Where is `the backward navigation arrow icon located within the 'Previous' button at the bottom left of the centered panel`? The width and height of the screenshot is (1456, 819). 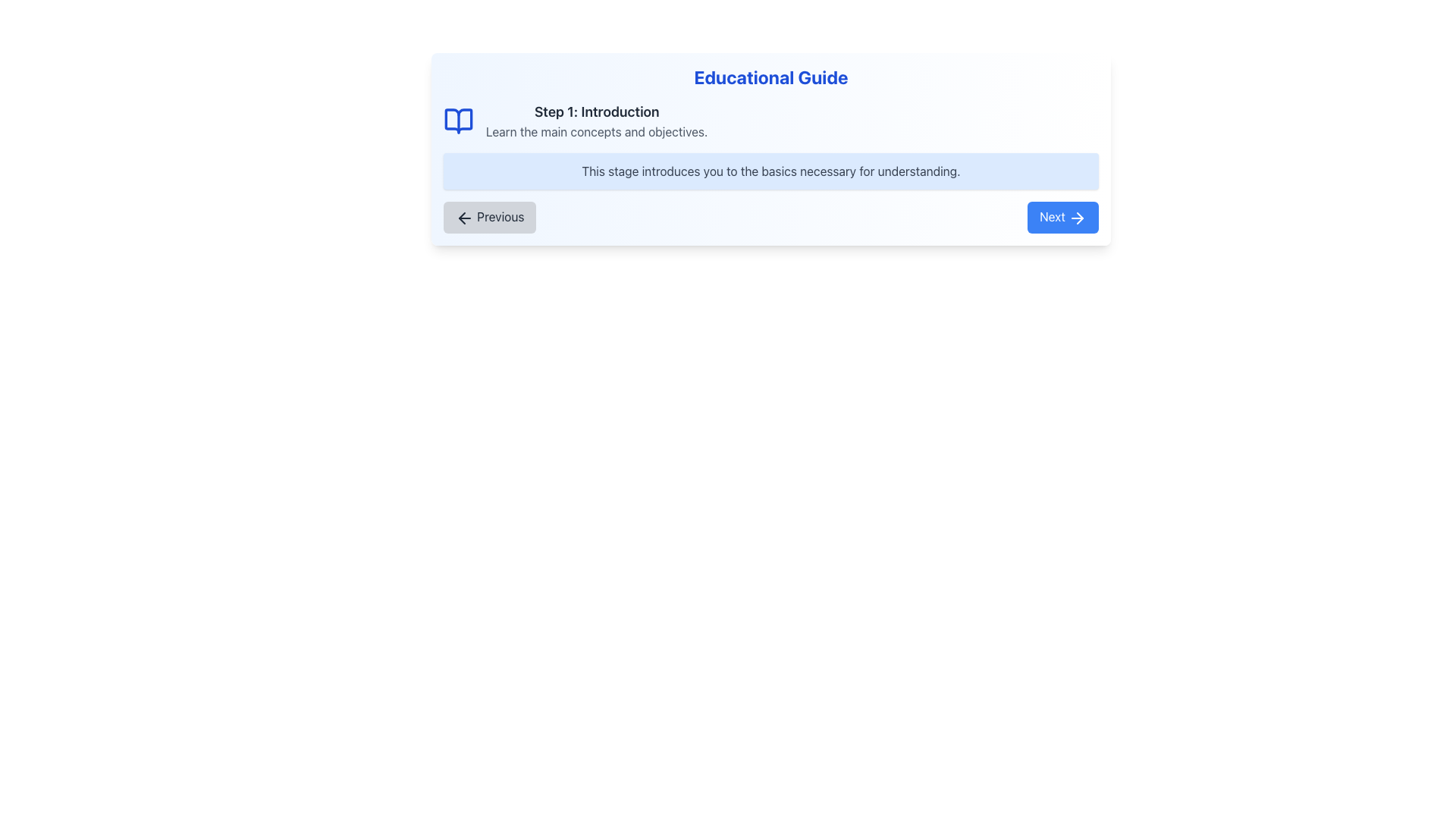 the backward navigation arrow icon located within the 'Previous' button at the bottom left of the centered panel is located at coordinates (464, 217).